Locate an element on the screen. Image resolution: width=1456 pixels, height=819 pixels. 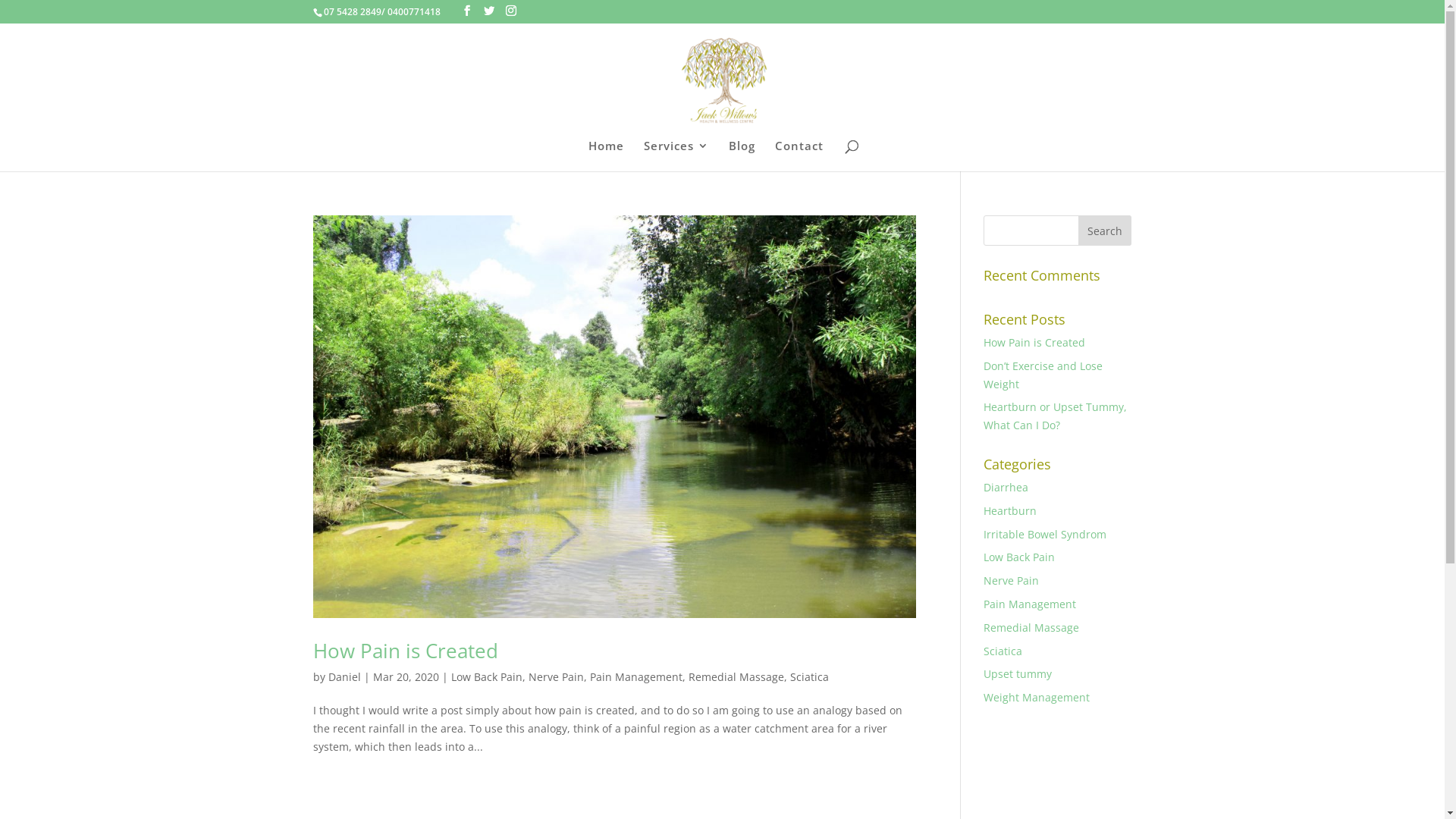
'Remedial Massage' is located at coordinates (736, 676).